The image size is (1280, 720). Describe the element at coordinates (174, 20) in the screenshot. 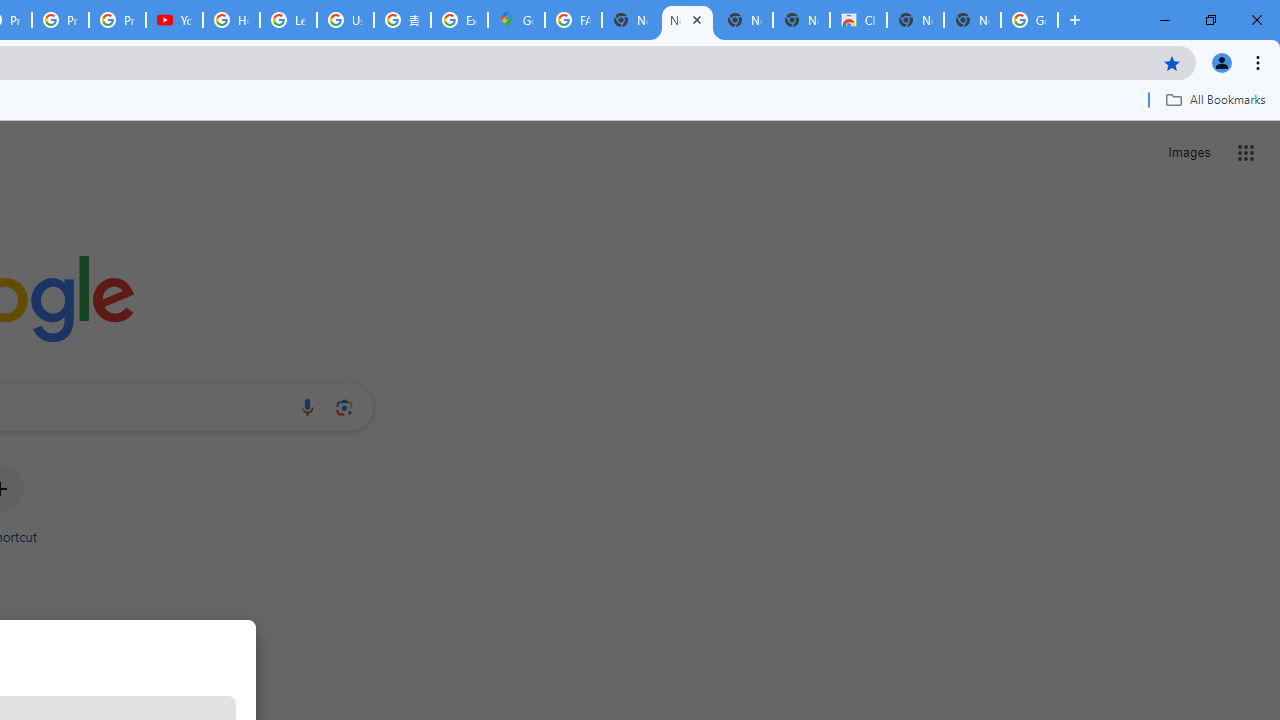

I see `'YouTube'` at that location.